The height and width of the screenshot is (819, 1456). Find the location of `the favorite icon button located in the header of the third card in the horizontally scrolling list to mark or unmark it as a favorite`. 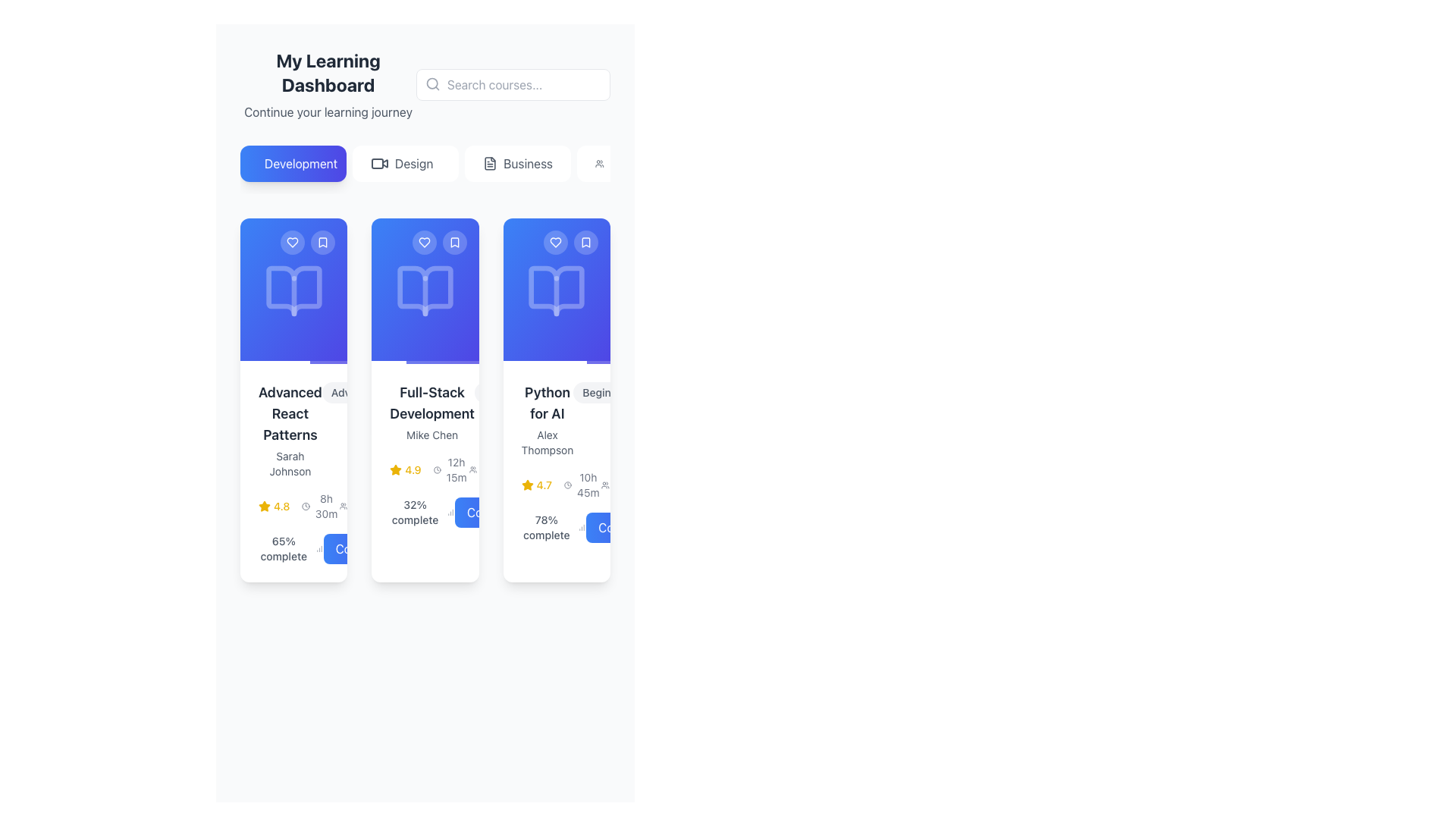

the favorite icon button located in the header of the third card in the horizontally scrolling list to mark or unmark it as a favorite is located at coordinates (424, 242).